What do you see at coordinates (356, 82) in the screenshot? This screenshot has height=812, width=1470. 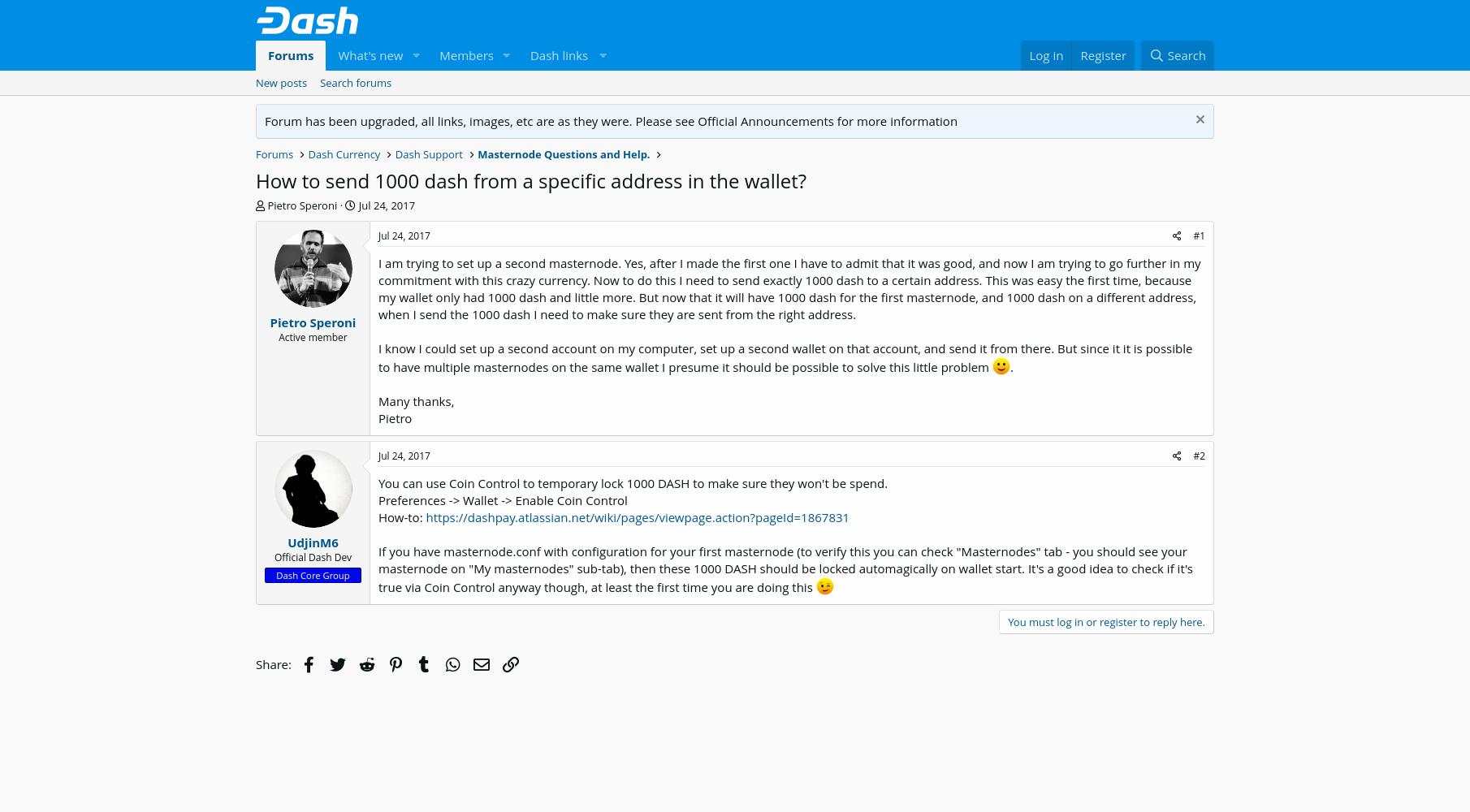 I see `'Search forums'` at bounding box center [356, 82].